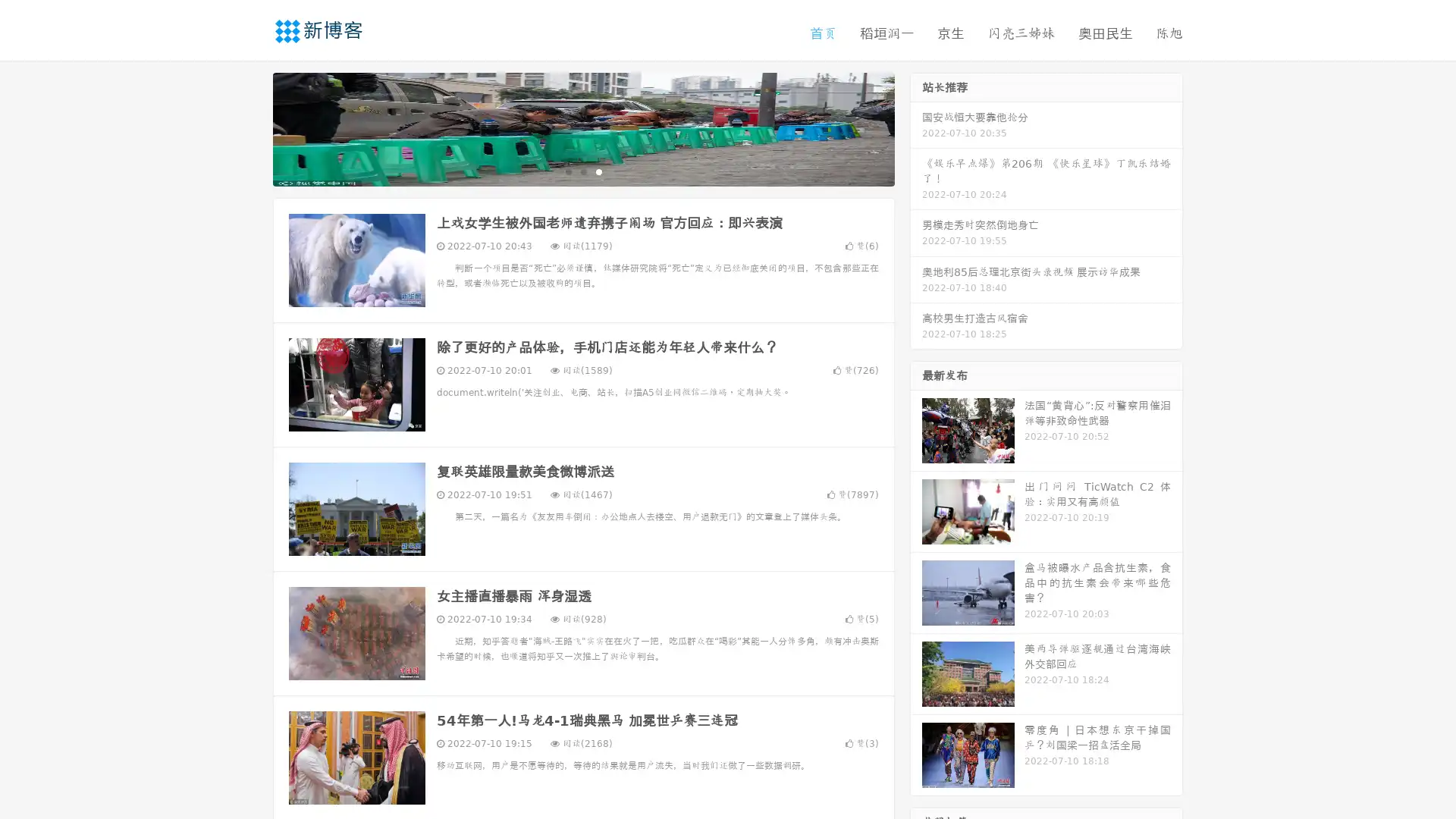  What do you see at coordinates (567, 171) in the screenshot?
I see `Go to slide 1` at bounding box center [567, 171].